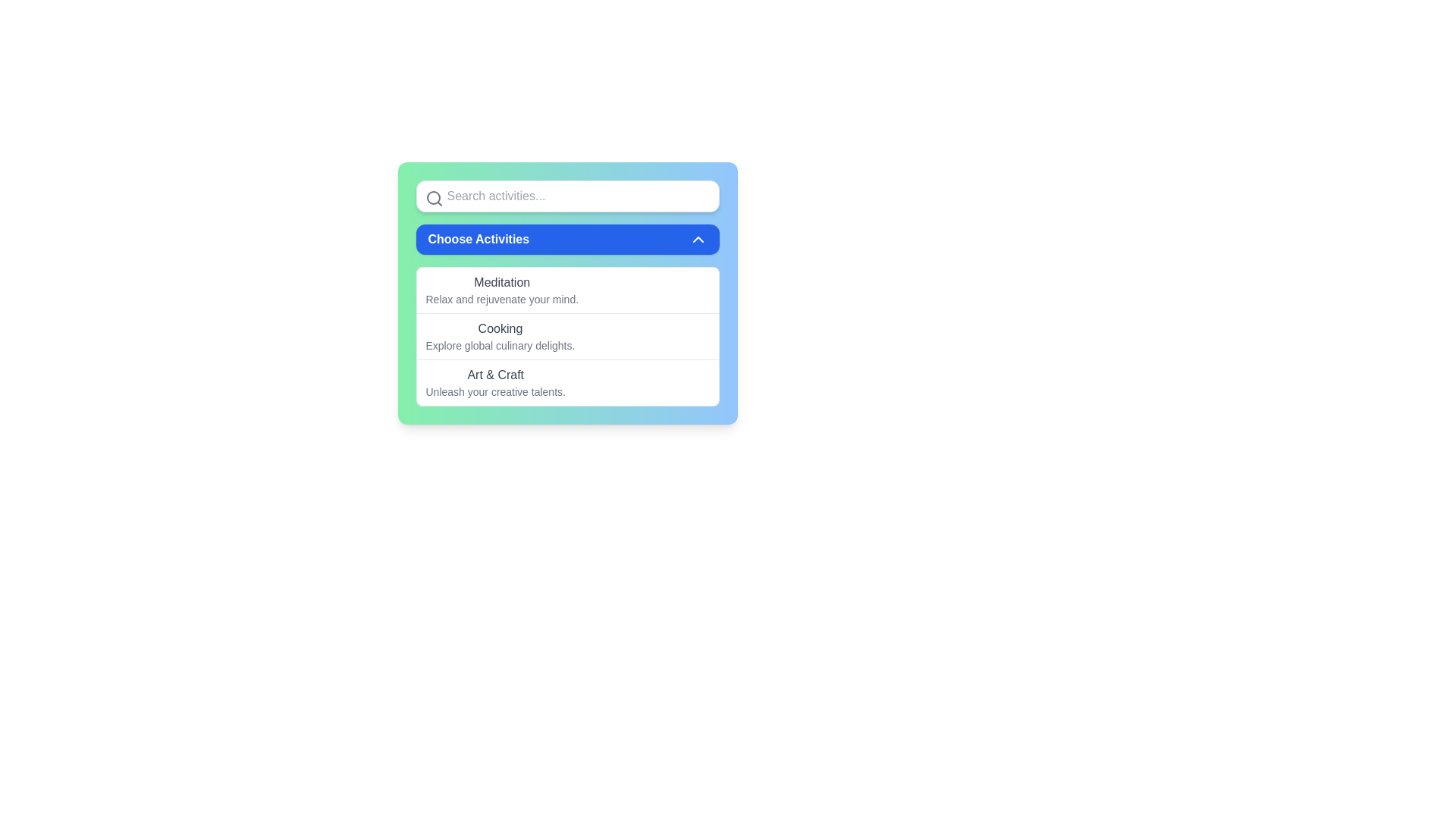 This screenshot has width=1456, height=819. What do you see at coordinates (500, 328) in the screenshot?
I see `text displayed in the 'Cooking' text element, which is styled in medium-weight gray font and aligned to the left, positioned above the descriptive text` at bounding box center [500, 328].